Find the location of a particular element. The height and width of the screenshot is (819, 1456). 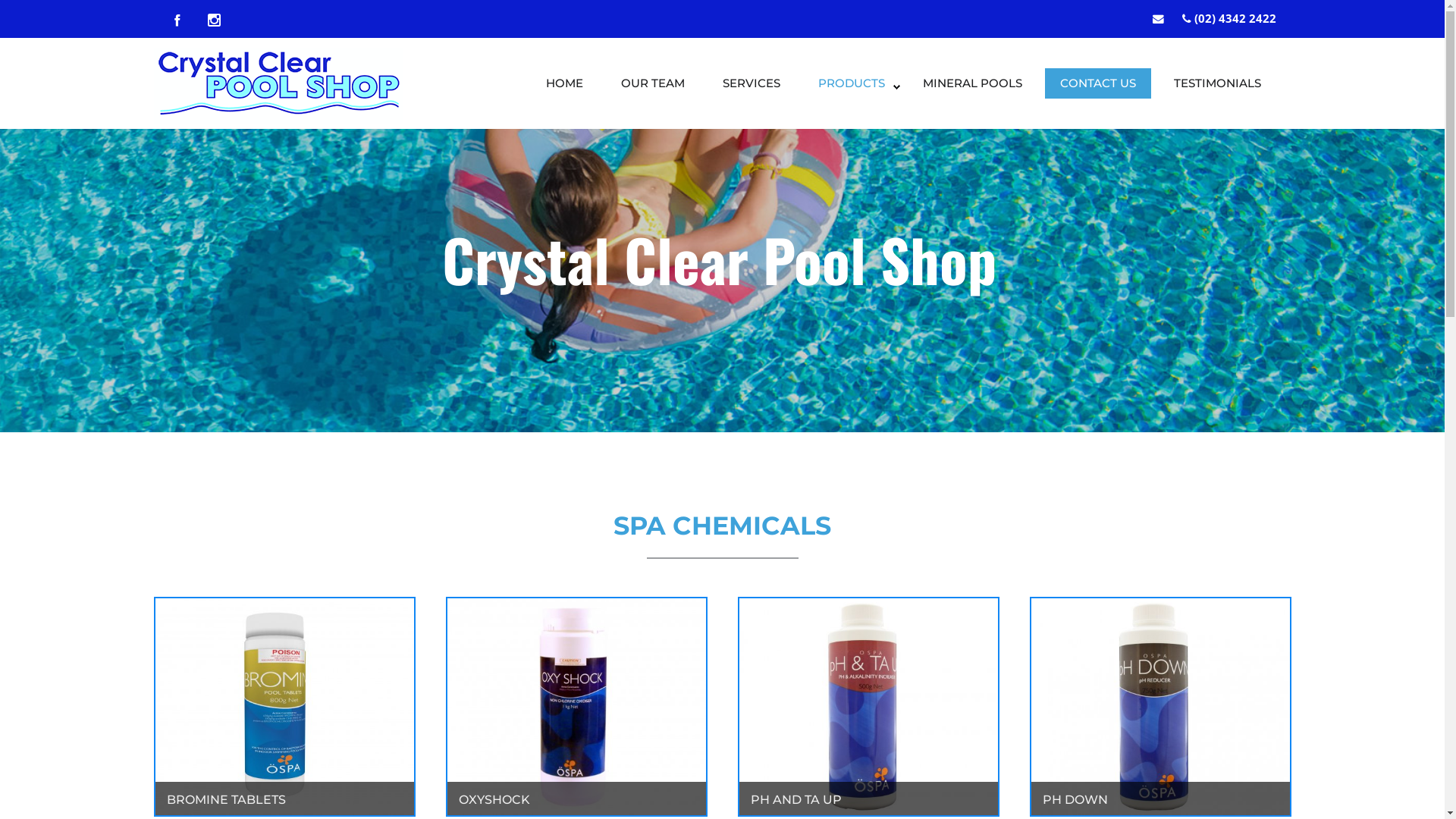

'OXYSHOCK' is located at coordinates (494, 799).